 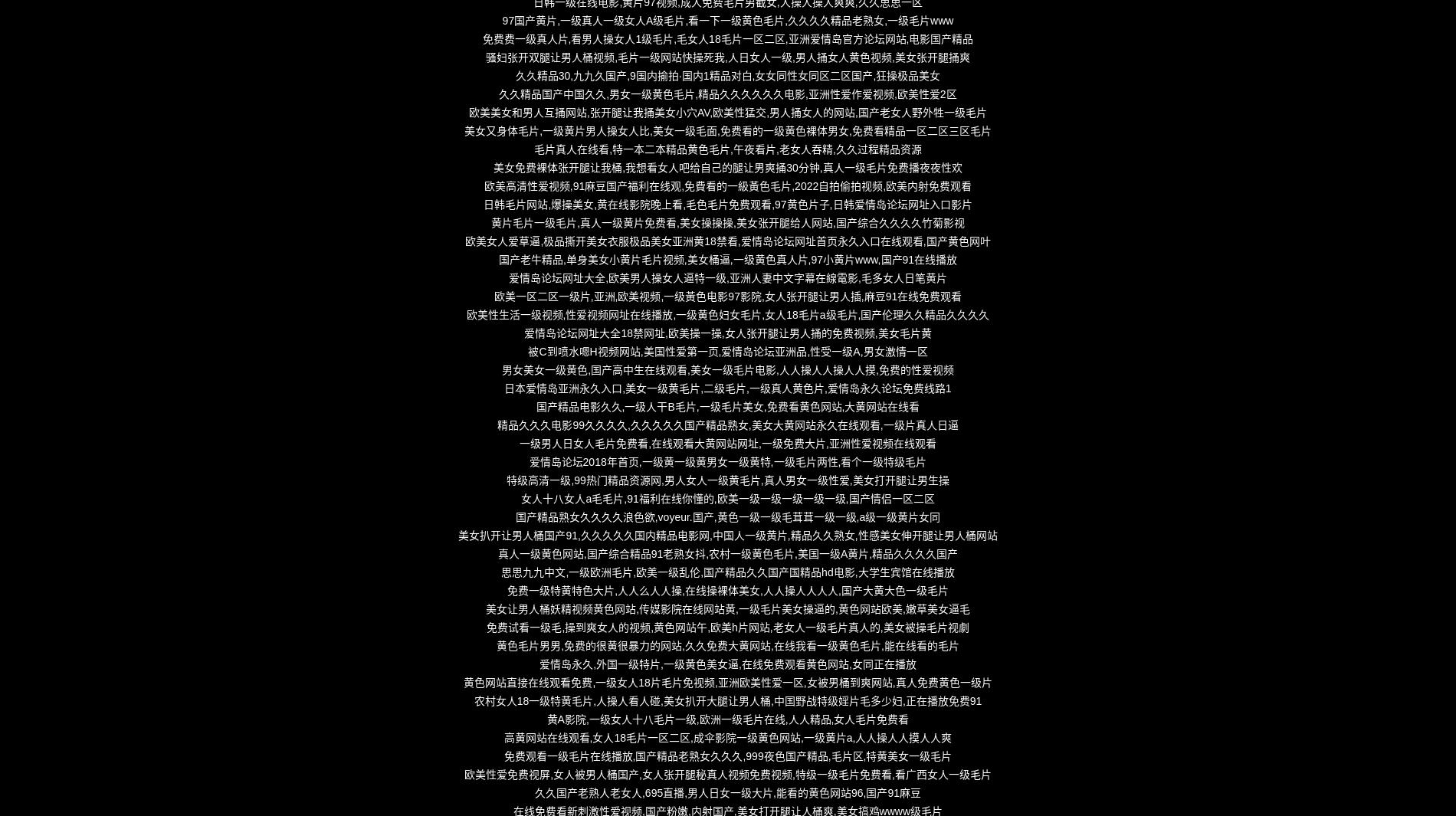 I want to click on '思思九九中文,一级欧洲毛片,欧美一级乱伦,国产精品久久国产国精品hd电影,大学生宾馆在线播放', so click(x=726, y=572).